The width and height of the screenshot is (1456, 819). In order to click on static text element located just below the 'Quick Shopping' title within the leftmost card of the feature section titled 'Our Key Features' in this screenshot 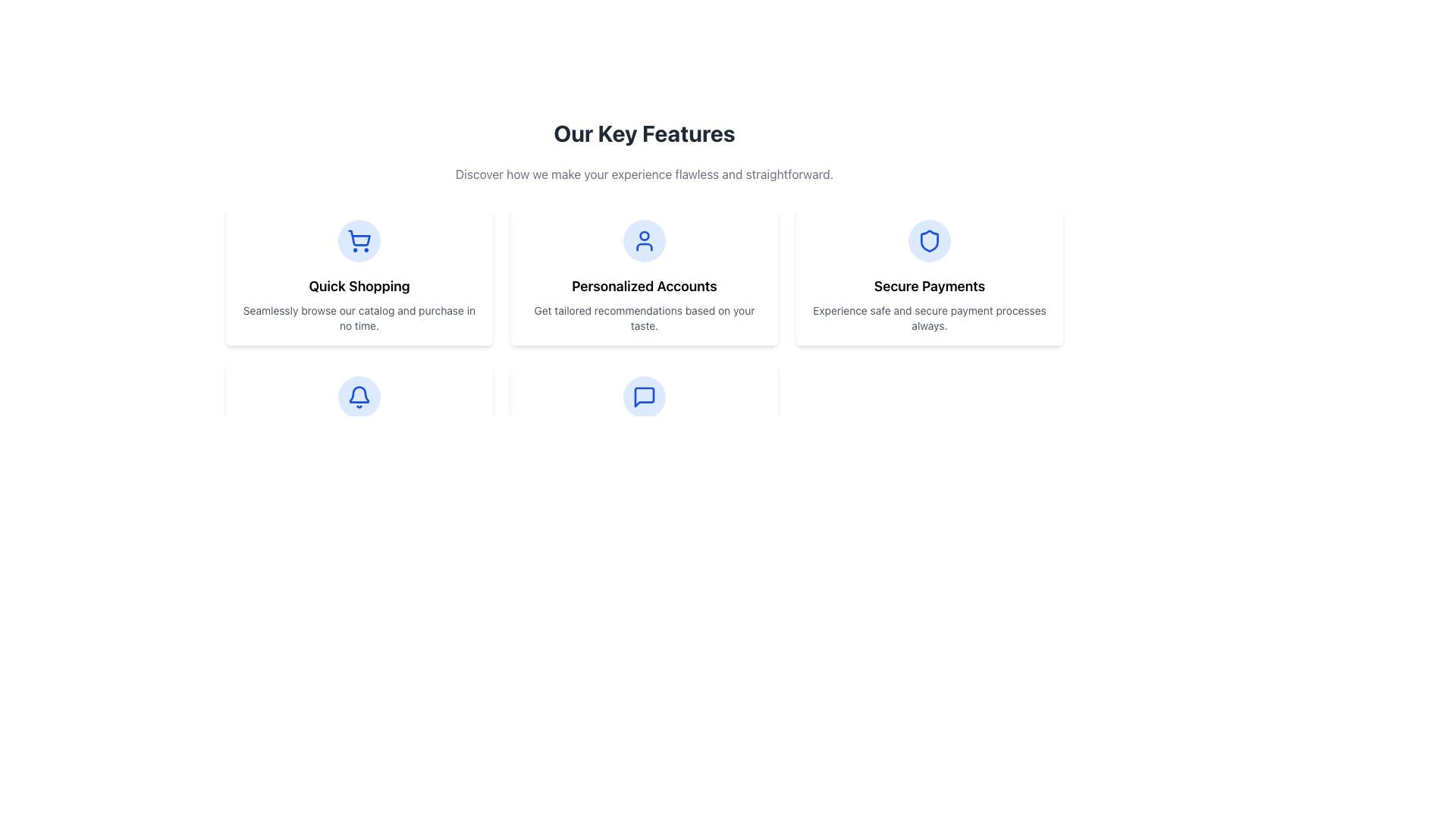, I will do `click(359, 318)`.